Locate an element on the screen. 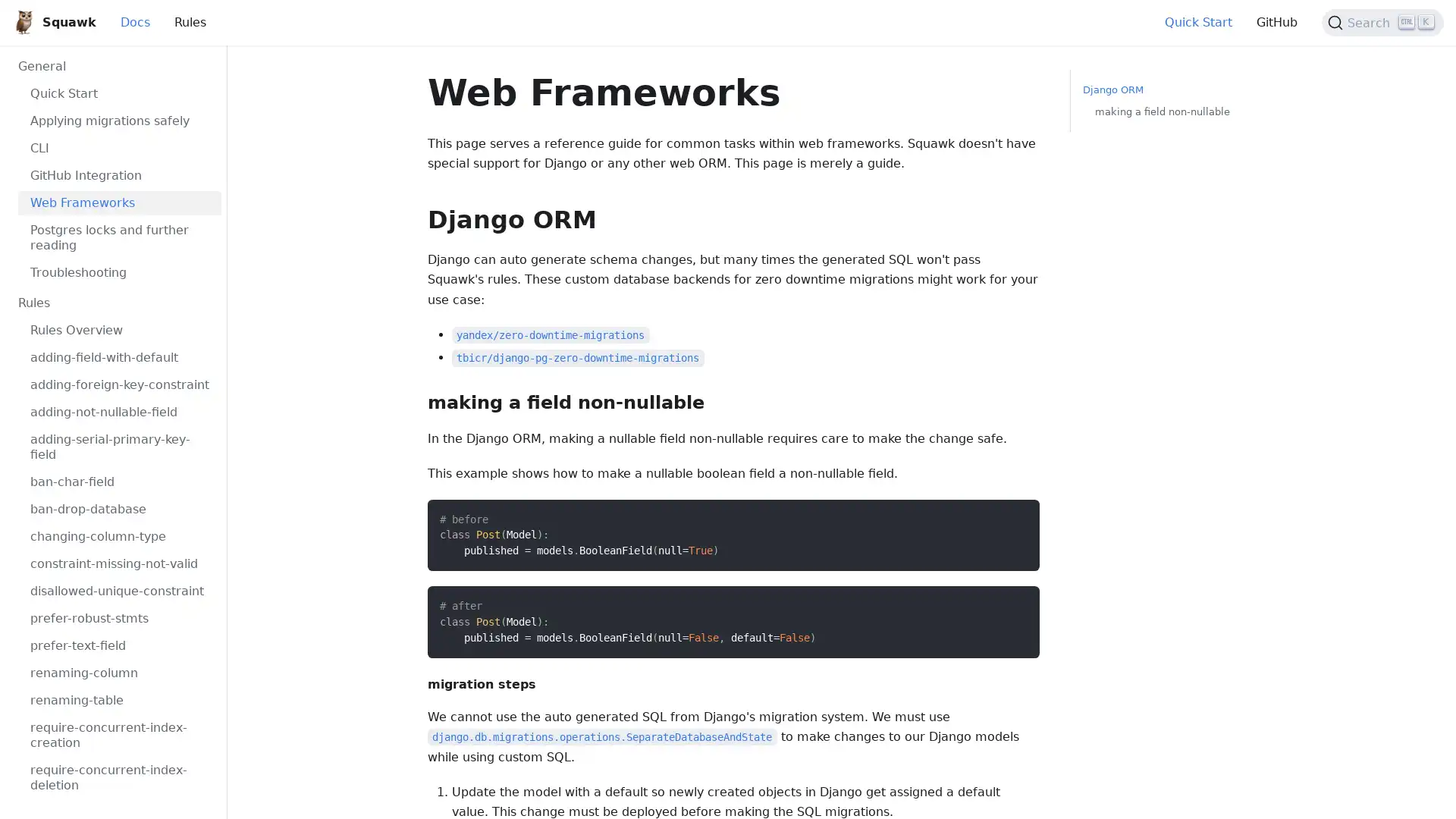  Search is located at coordinates (1382, 23).